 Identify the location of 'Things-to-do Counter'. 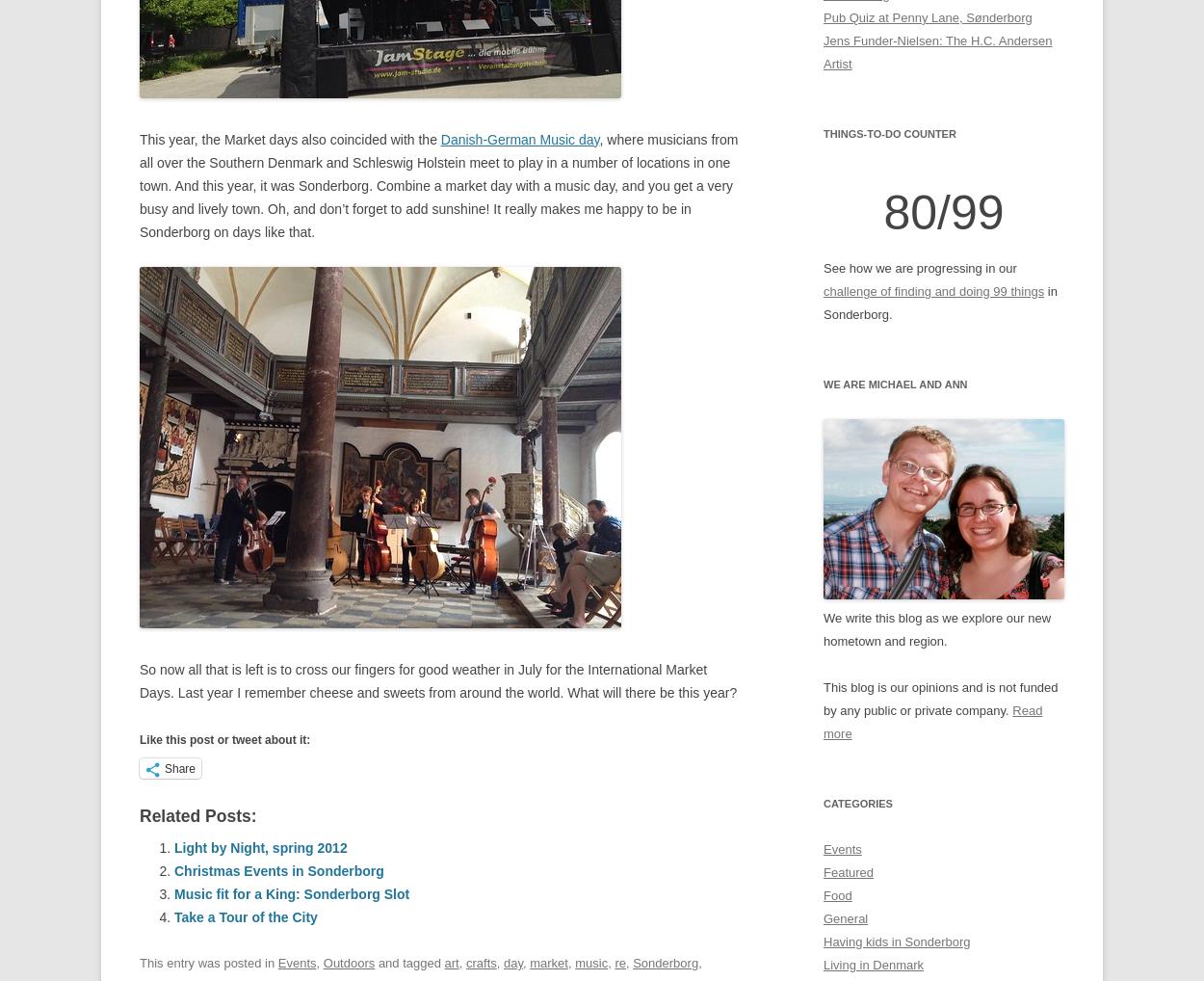
(889, 132).